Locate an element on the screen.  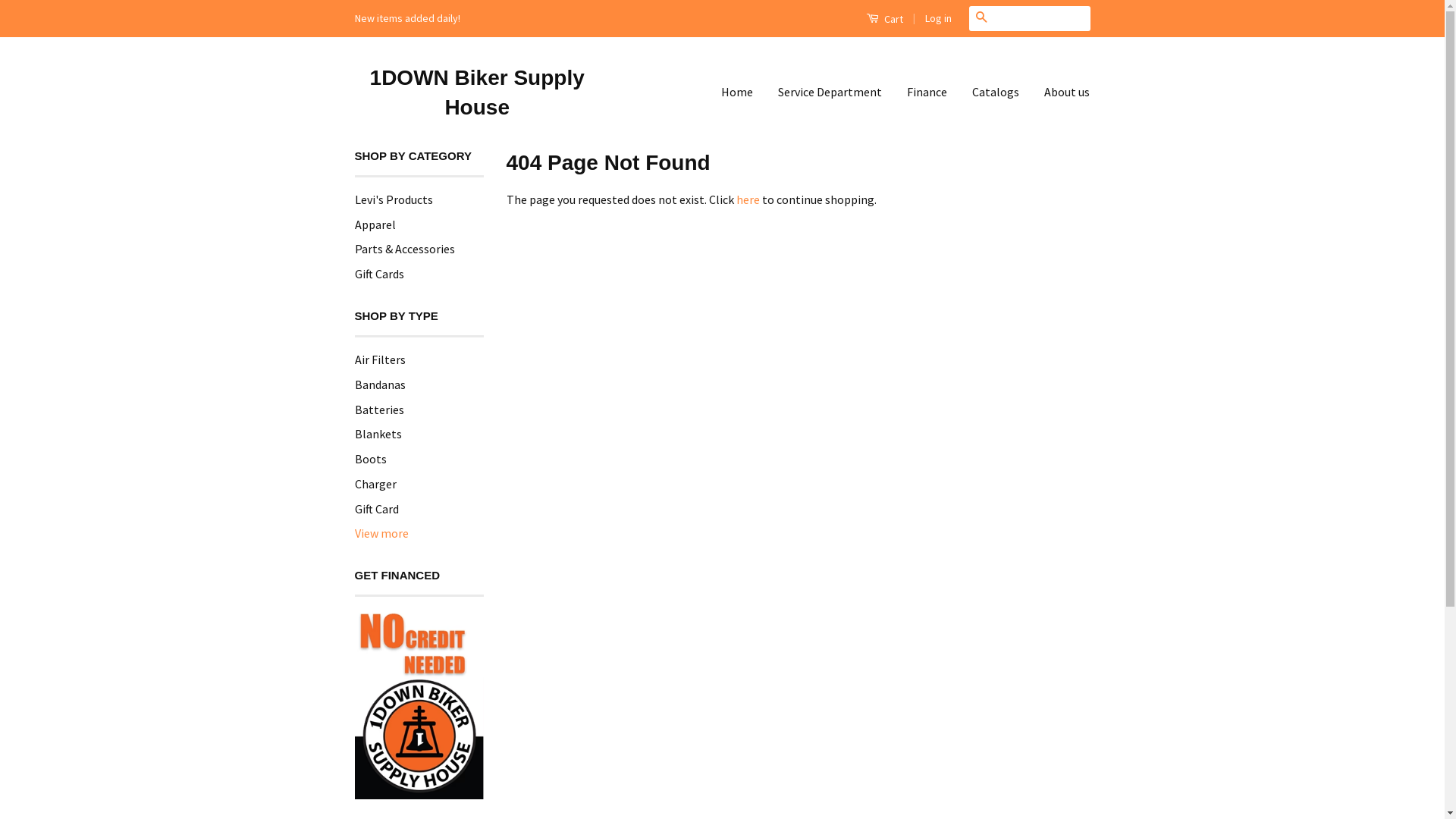
'Service Department' is located at coordinates (829, 92).